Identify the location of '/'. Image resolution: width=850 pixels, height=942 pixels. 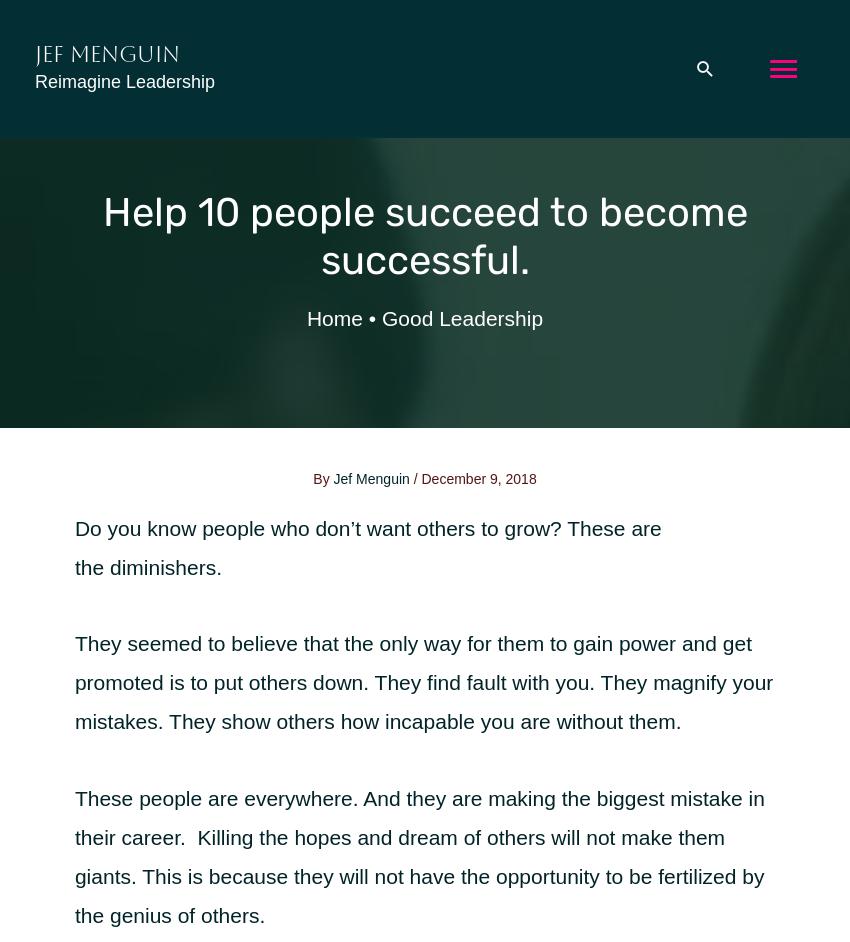
(417, 479).